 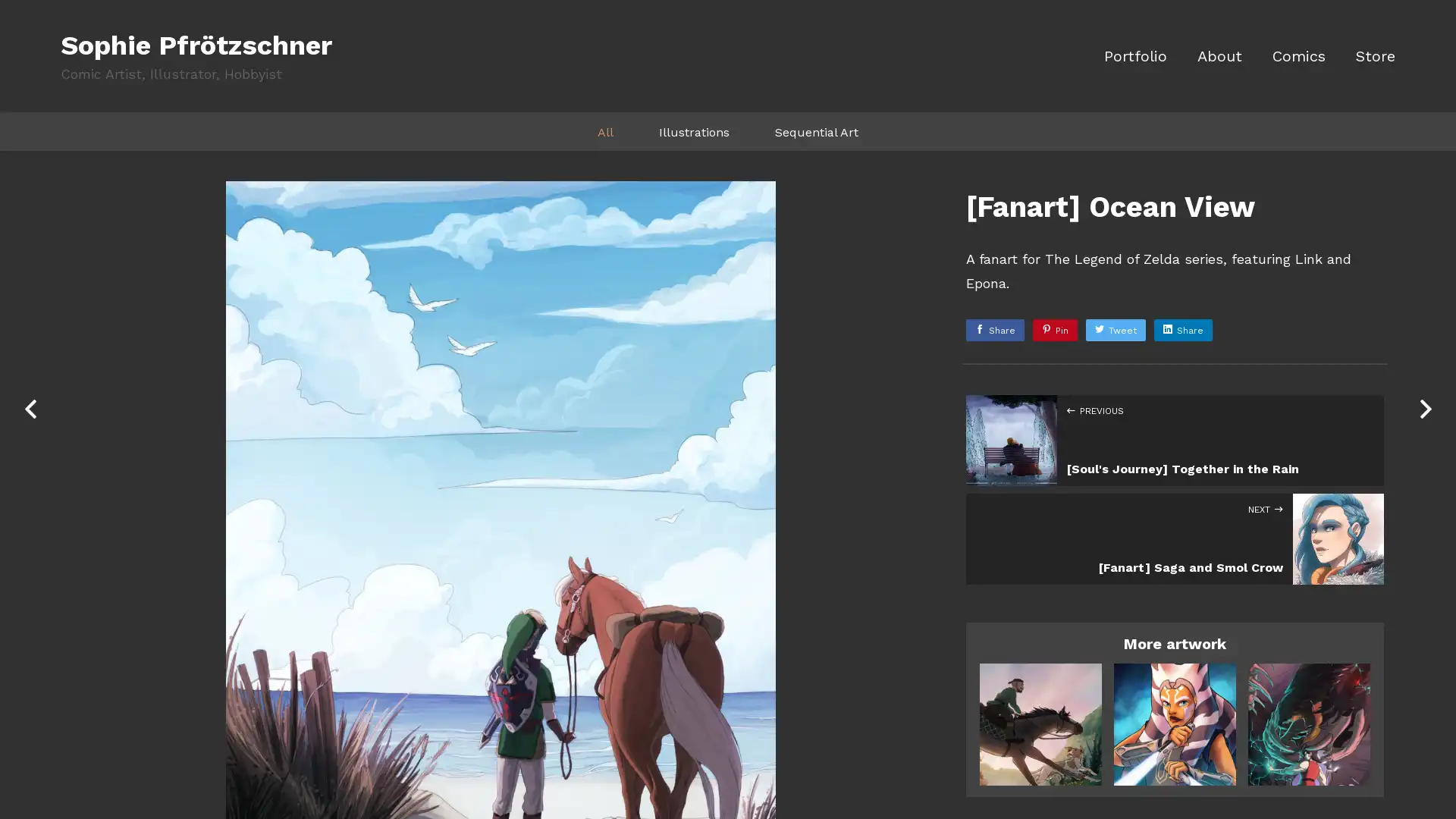 What do you see at coordinates (995, 329) in the screenshot?
I see `Share` at bounding box center [995, 329].